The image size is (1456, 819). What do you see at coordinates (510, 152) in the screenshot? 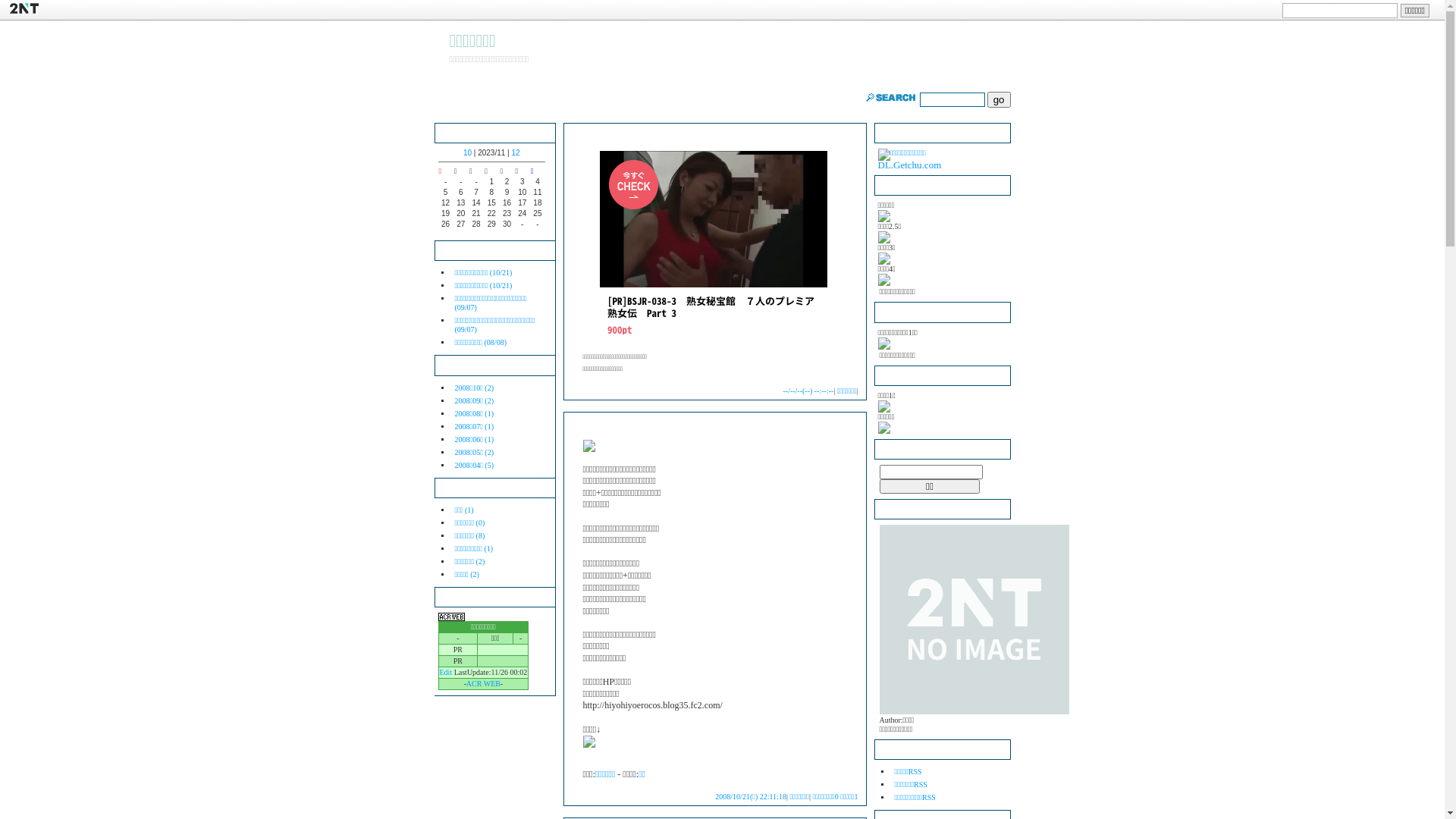
I see `'12'` at bounding box center [510, 152].